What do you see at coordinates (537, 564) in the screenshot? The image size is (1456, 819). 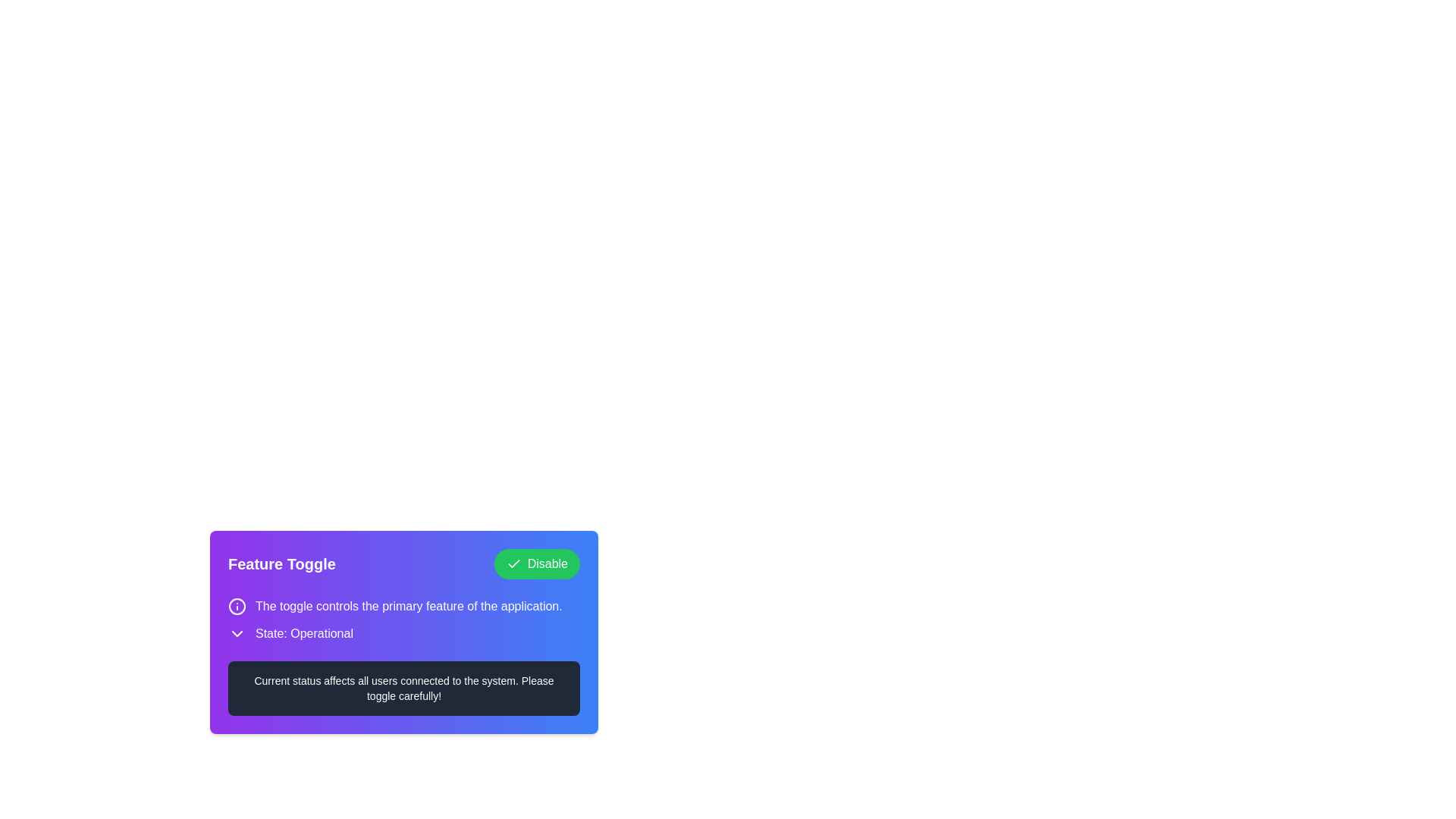 I see `the green button with rounded corners labeled 'Disable'` at bounding box center [537, 564].